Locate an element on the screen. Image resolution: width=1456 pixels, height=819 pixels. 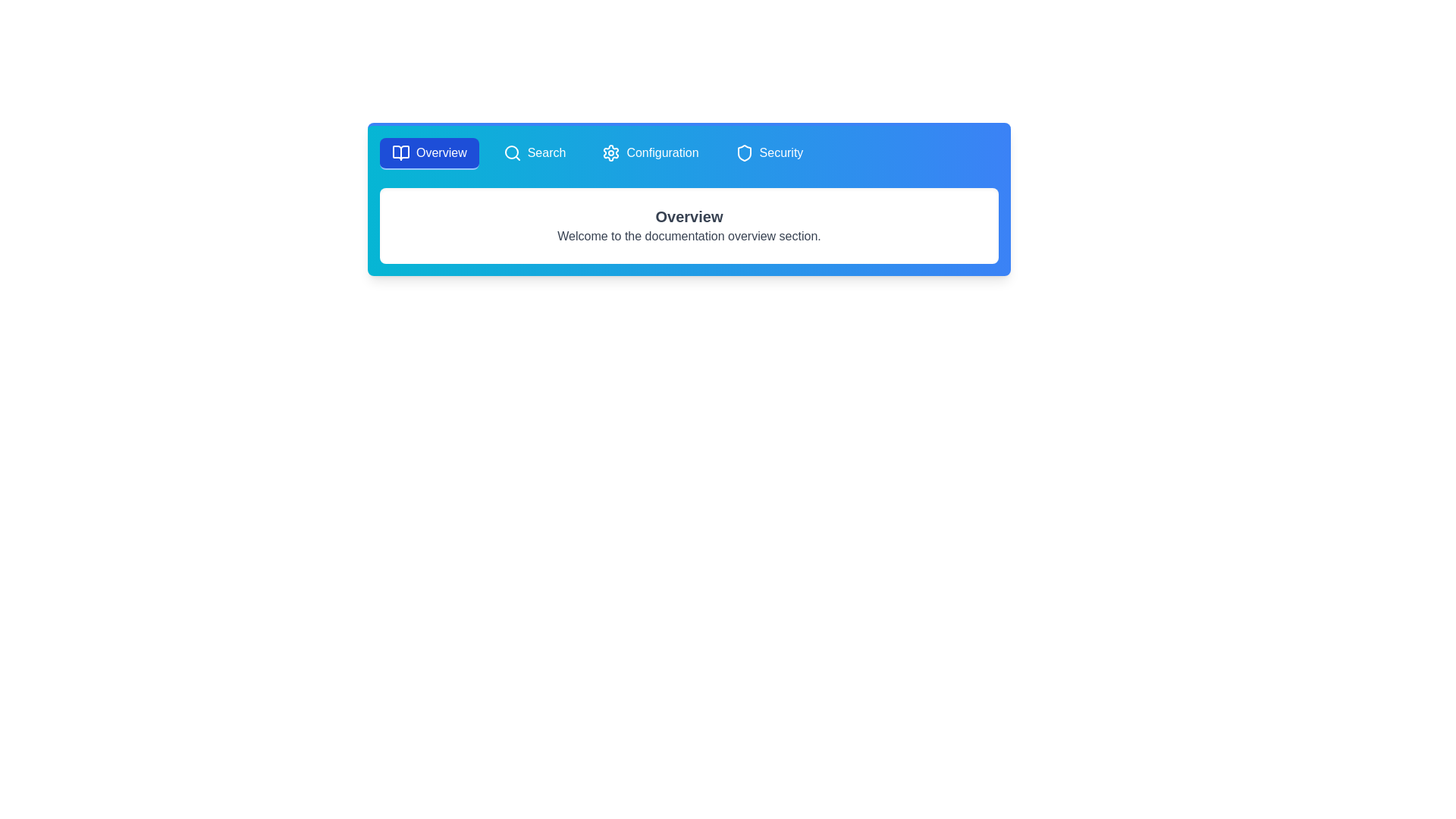
the 'Search' button, which is a rectangular light blue button with a magnifying glass icon on the left, to initiate the search is located at coordinates (535, 154).